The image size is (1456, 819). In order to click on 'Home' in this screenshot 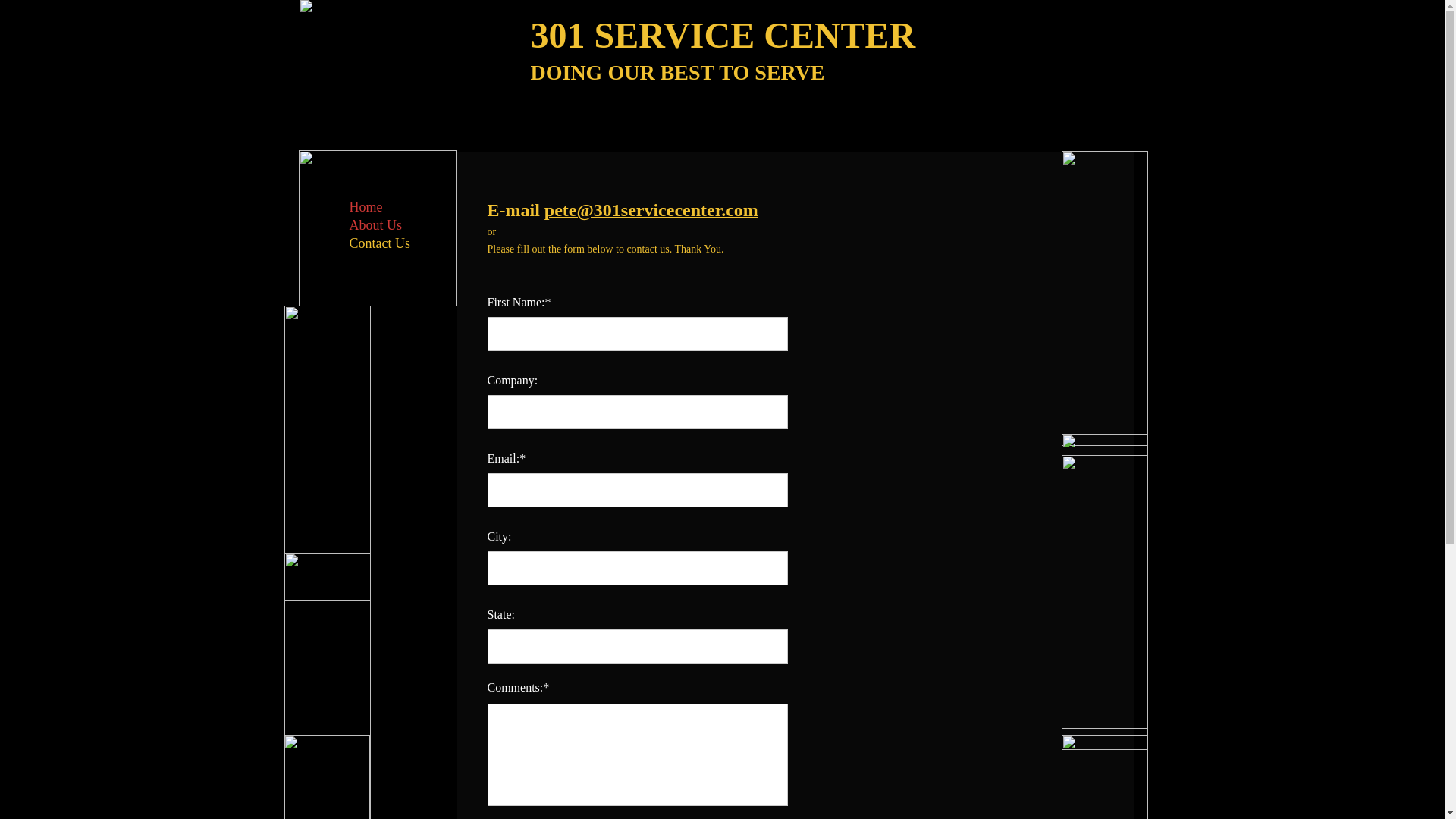, I will do `click(365, 207)`.